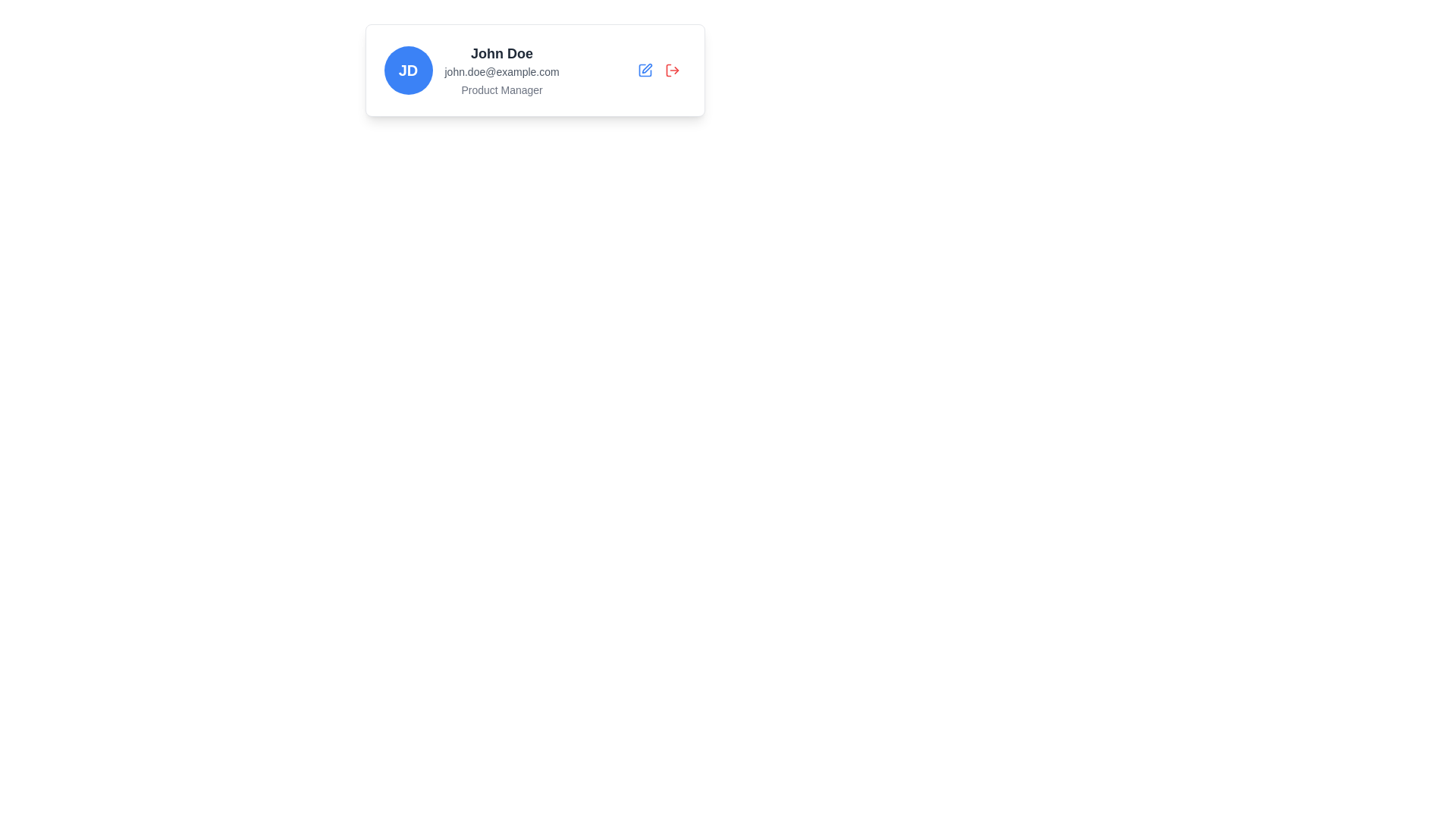  What do you see at coordinates (645, 70) in the screenshot?
I see `the blue square icon with a pen symbol located in the upper-right section of the user information card` at bounding box center [645, 70].